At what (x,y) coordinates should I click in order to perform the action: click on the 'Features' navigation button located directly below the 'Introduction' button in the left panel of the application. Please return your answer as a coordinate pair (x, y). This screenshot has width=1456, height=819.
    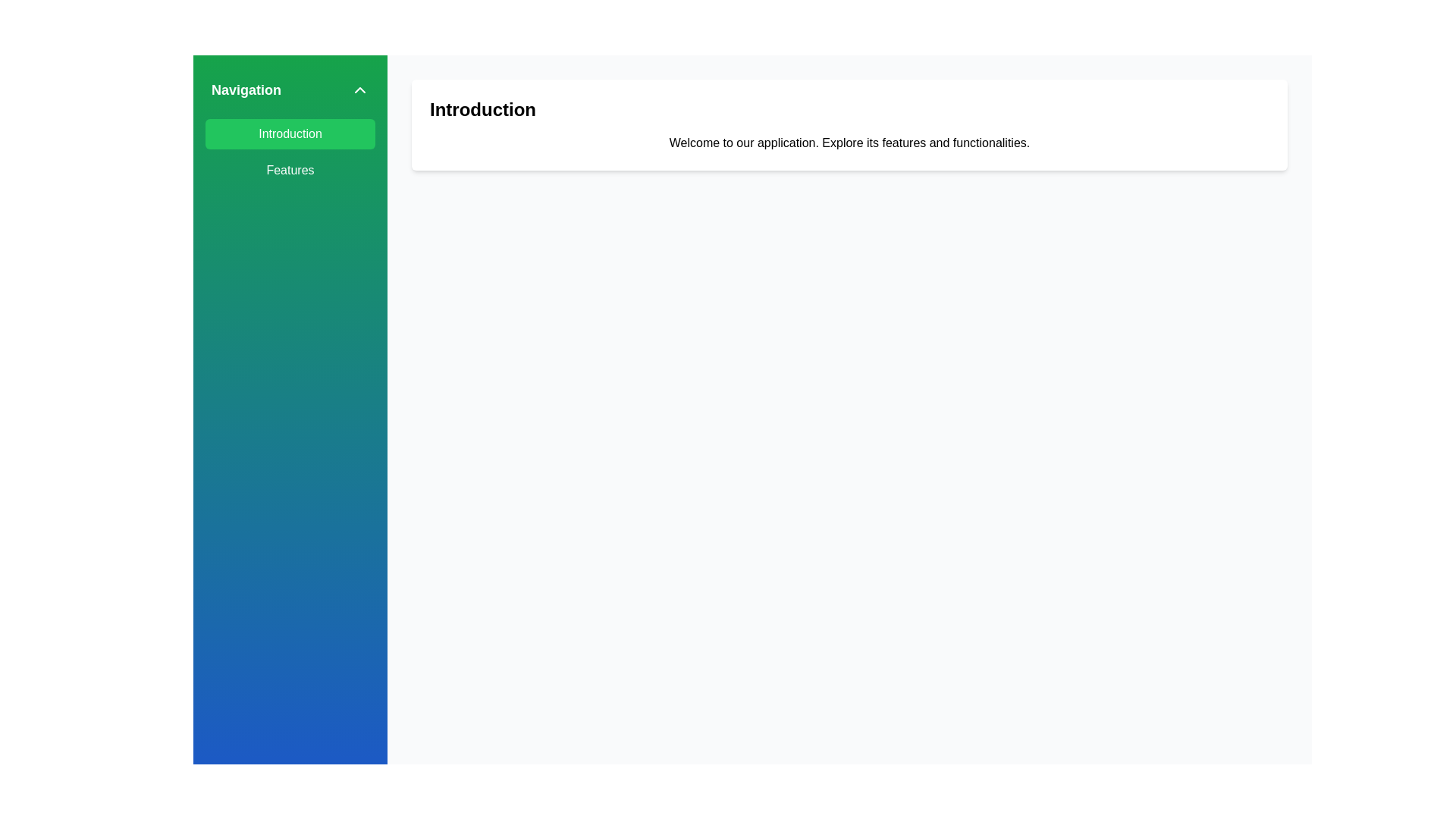
    Looking at the image, I should click on (290, 170).